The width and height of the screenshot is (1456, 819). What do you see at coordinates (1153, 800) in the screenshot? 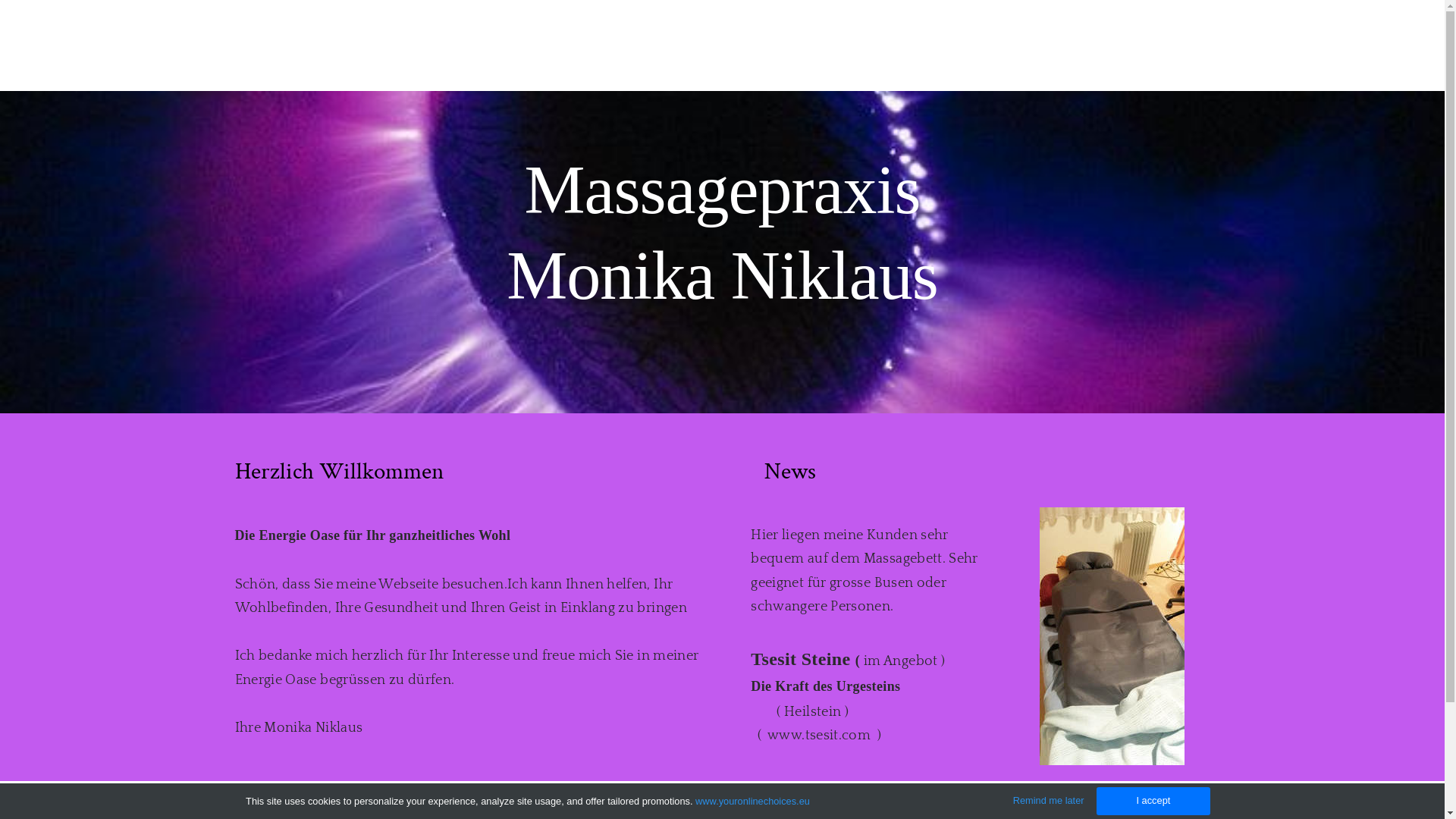
I see `'I accept'` at bounding box center [1153, 800].